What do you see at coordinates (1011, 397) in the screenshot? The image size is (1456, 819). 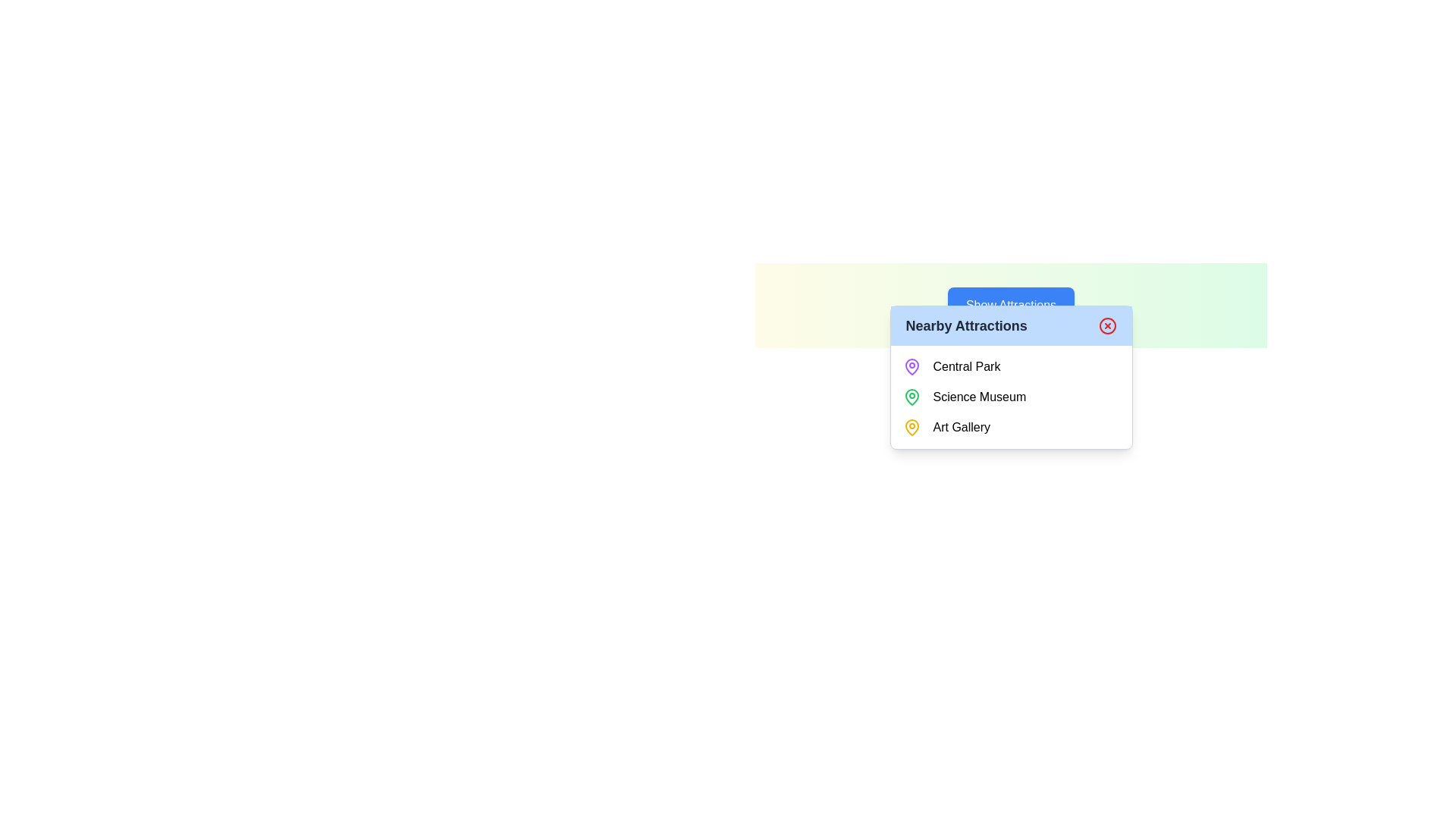 I see `the 'Science Museum' text with the green pin icon located in the 'Nearby Attractions' list, which is the second entry between 'Central Park' and 'Art Gallery'` at bounding box center [1011, 397].